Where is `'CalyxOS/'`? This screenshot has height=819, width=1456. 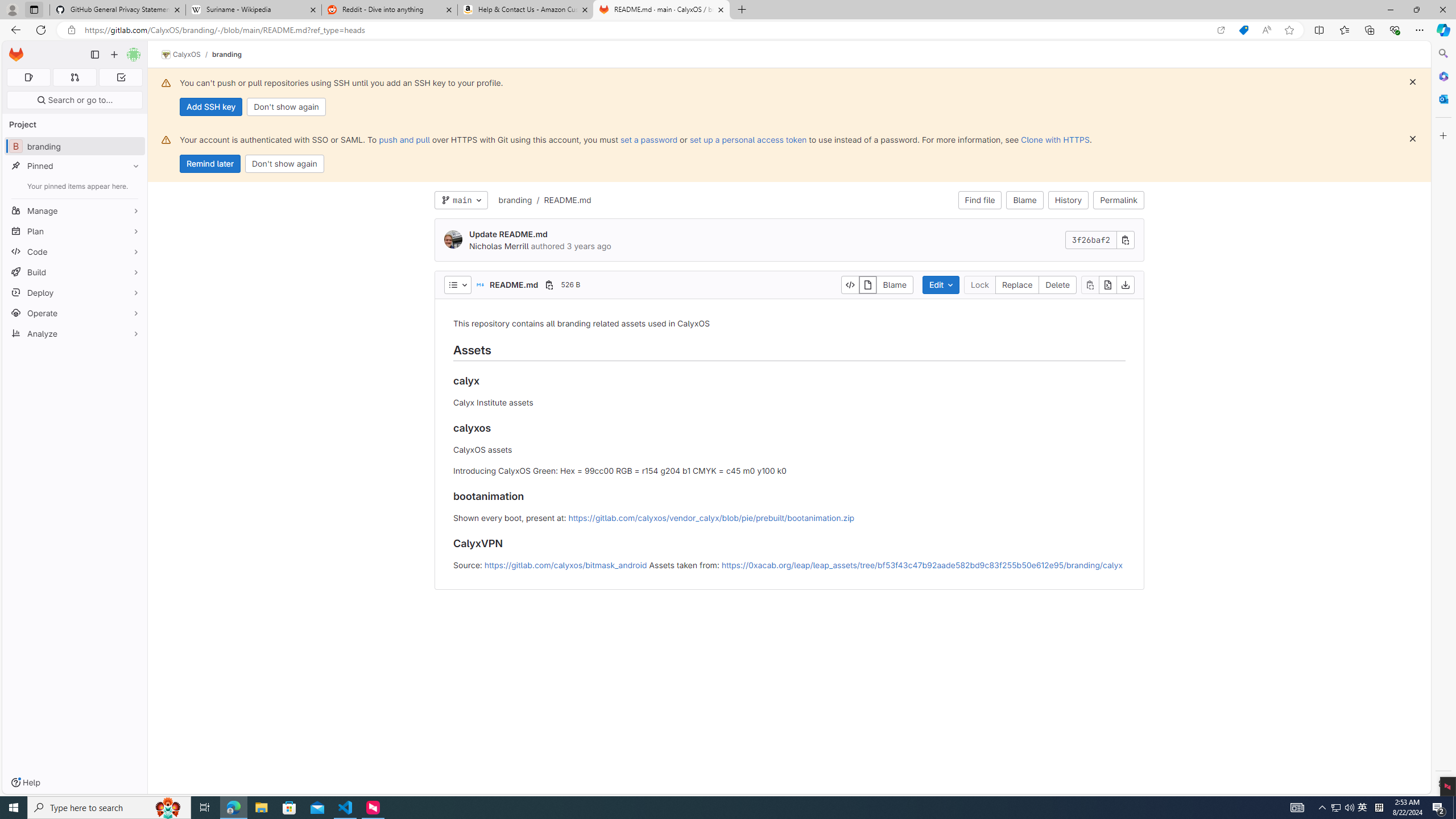
'CalyxOS/' is located at coordinates (186, 54).